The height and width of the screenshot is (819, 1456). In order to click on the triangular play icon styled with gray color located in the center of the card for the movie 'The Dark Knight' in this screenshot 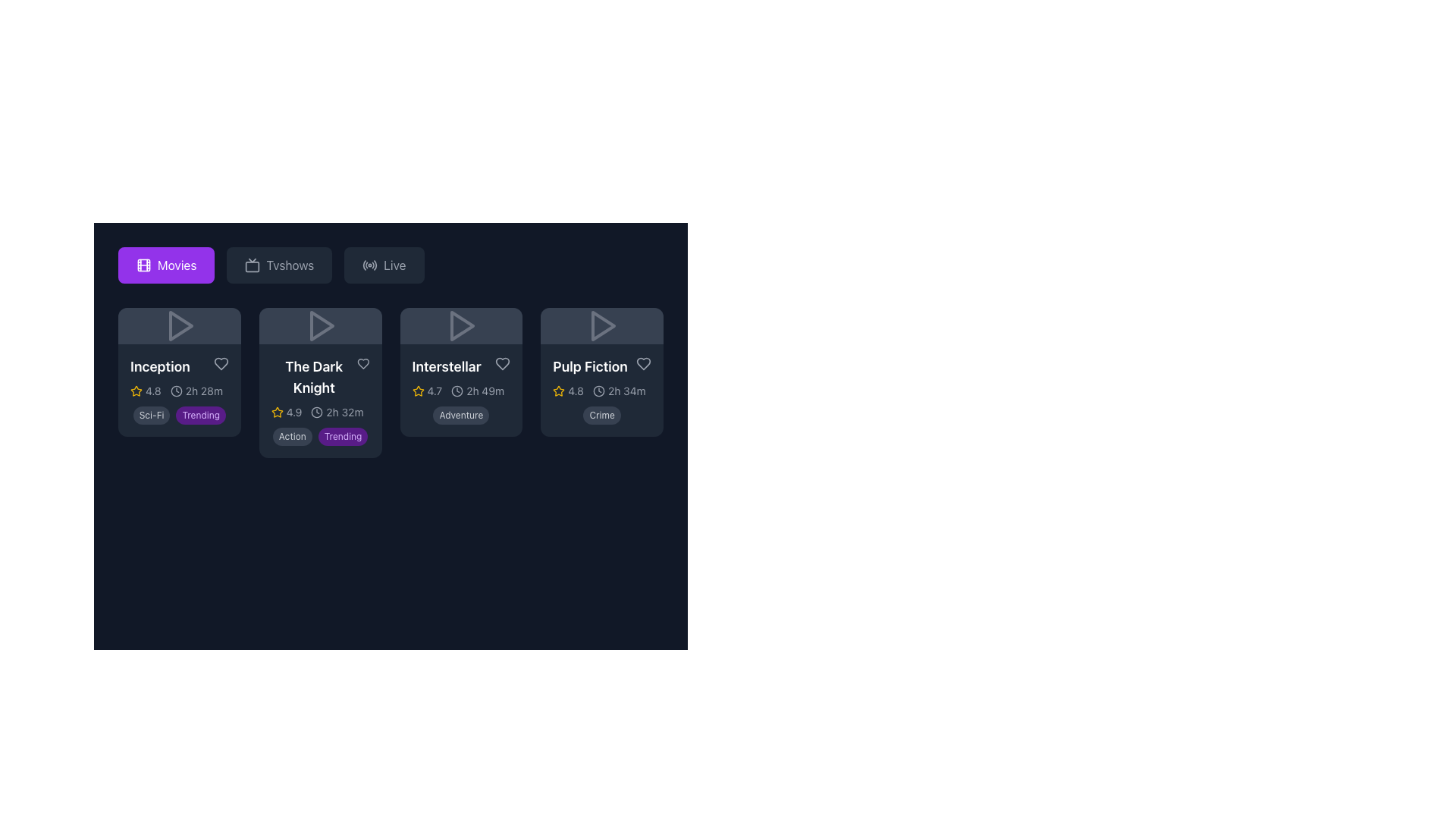, I will do `click(319, 325)`.